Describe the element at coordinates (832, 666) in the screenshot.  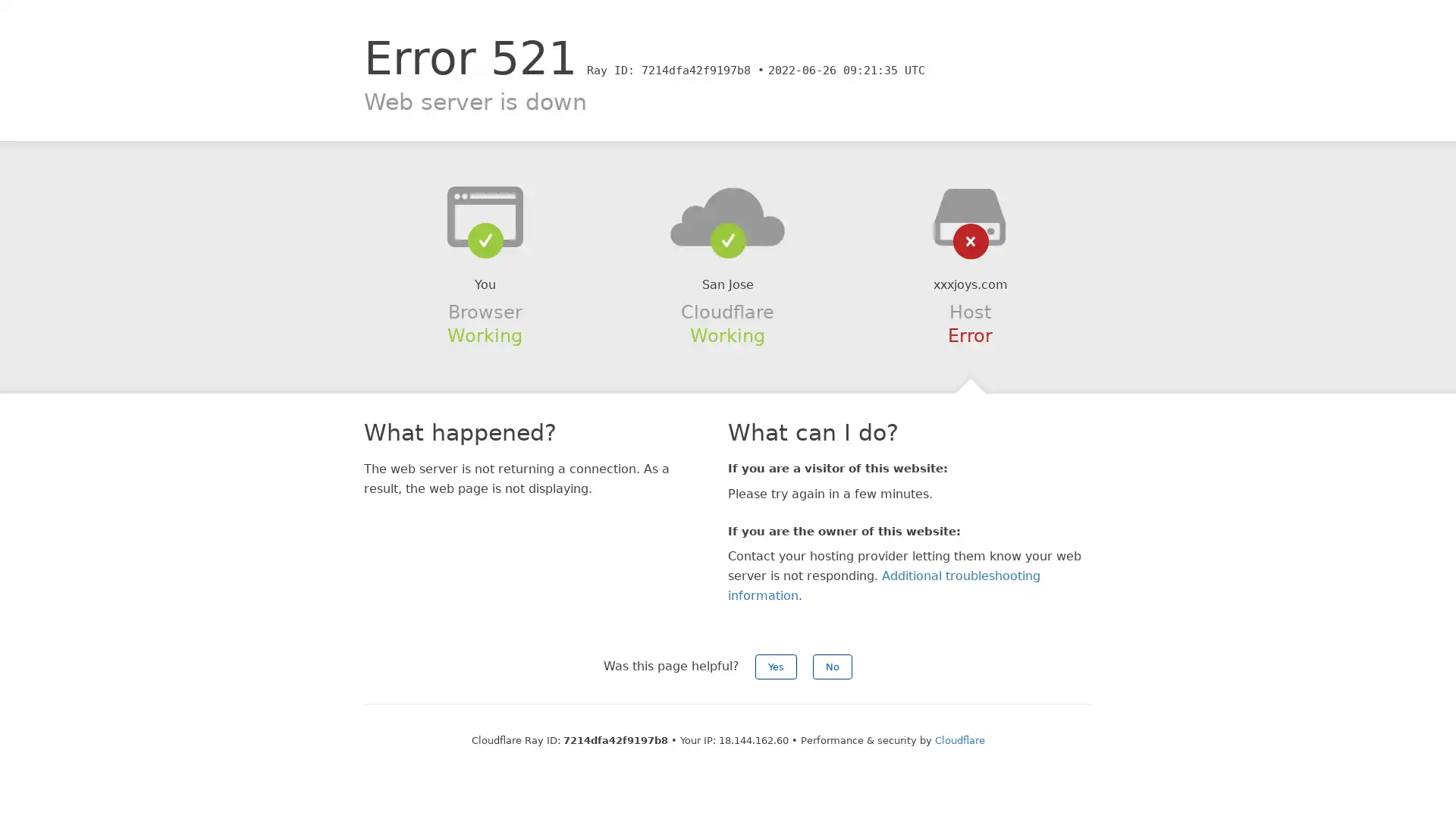
I see `No` at that location.